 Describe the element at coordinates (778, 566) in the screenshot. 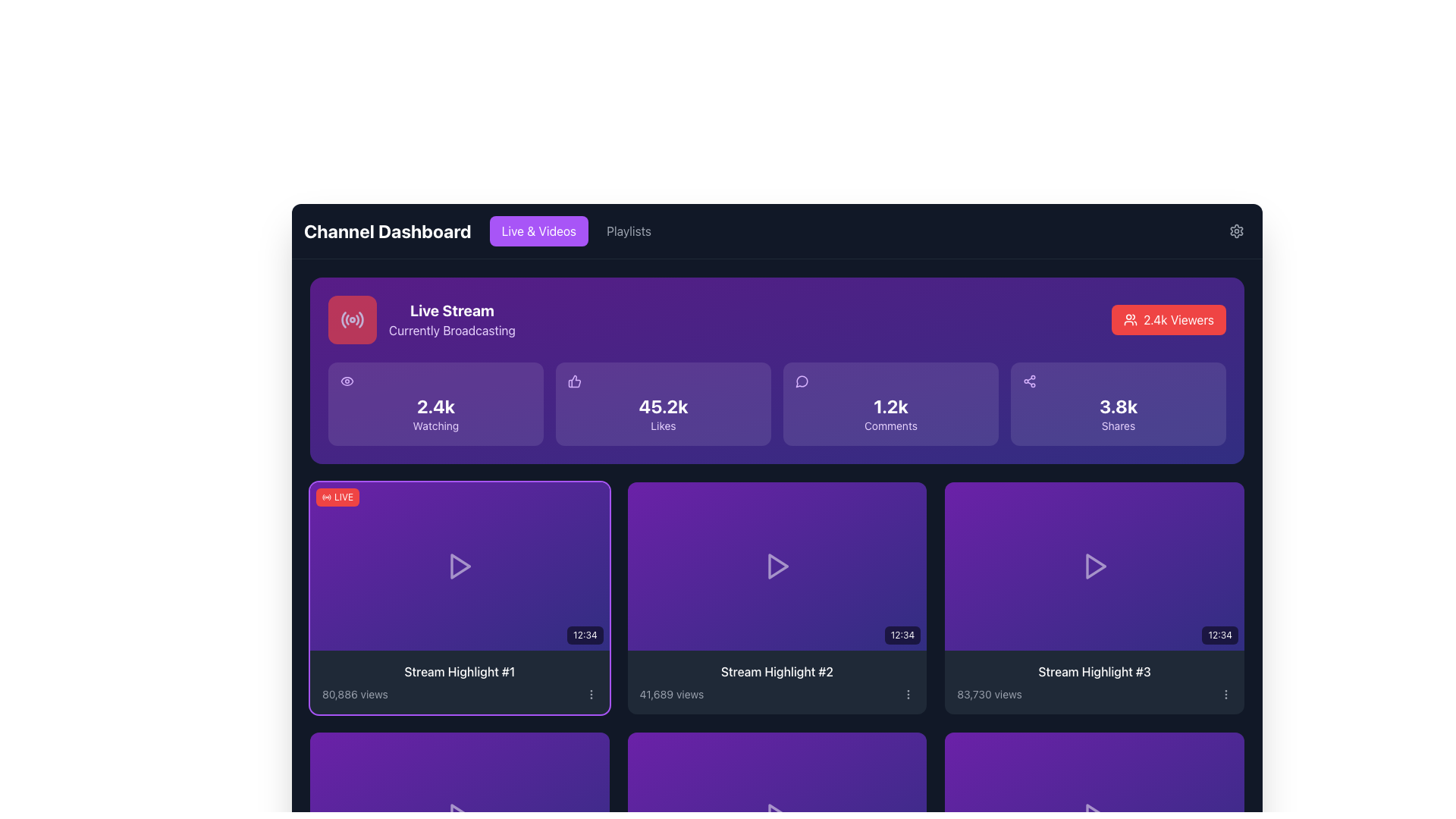

I see `the video icon located in the center of the card titled 'Stream Highlight #2', which serves as a visual cue for playback of the associated stream` at that location.